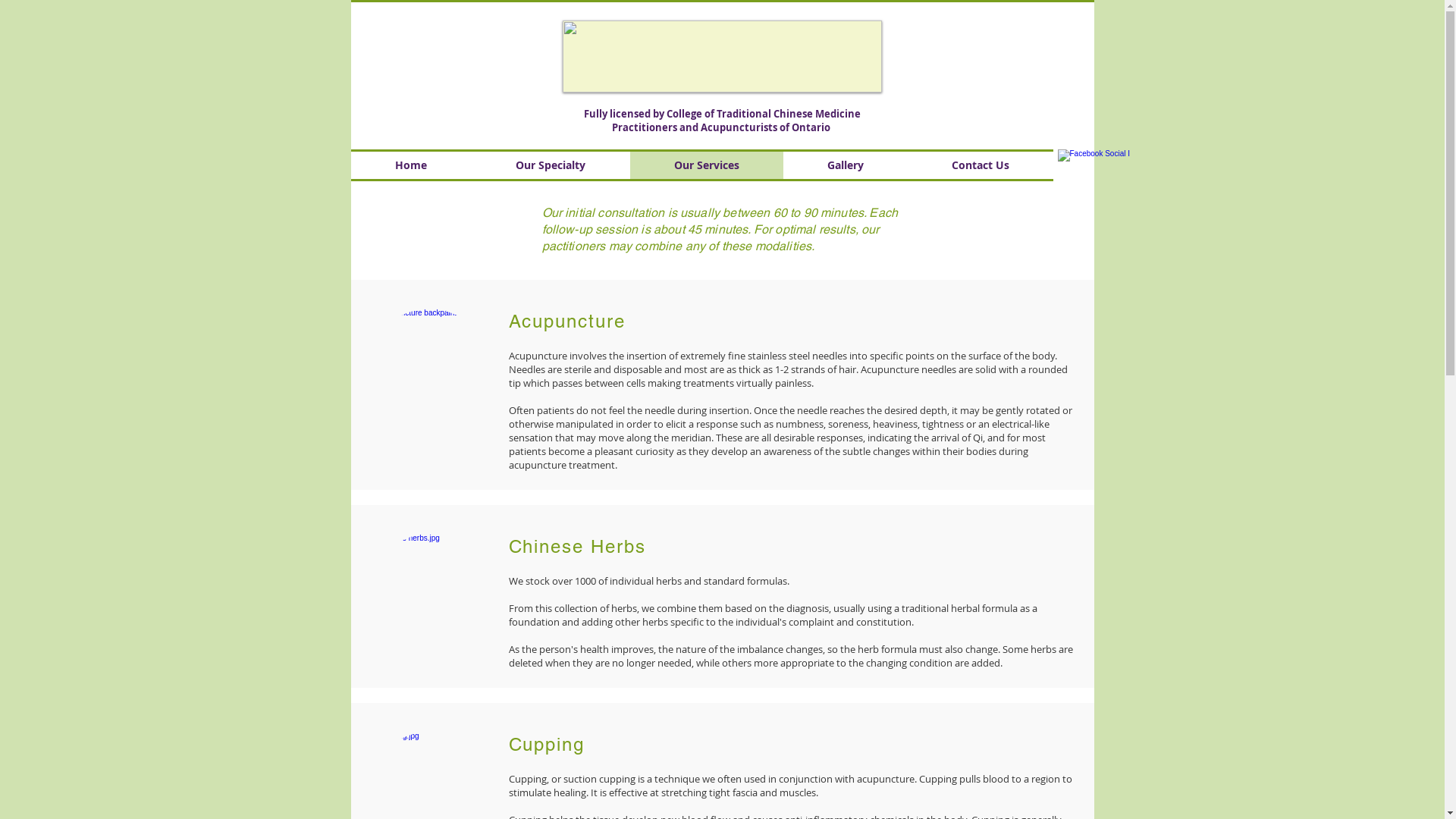 This screenshot has width=1456, height=819. What do you see at coordinates (410, 165) in the screenshot?
I see `'Home'` at bounding box center [410, 165].